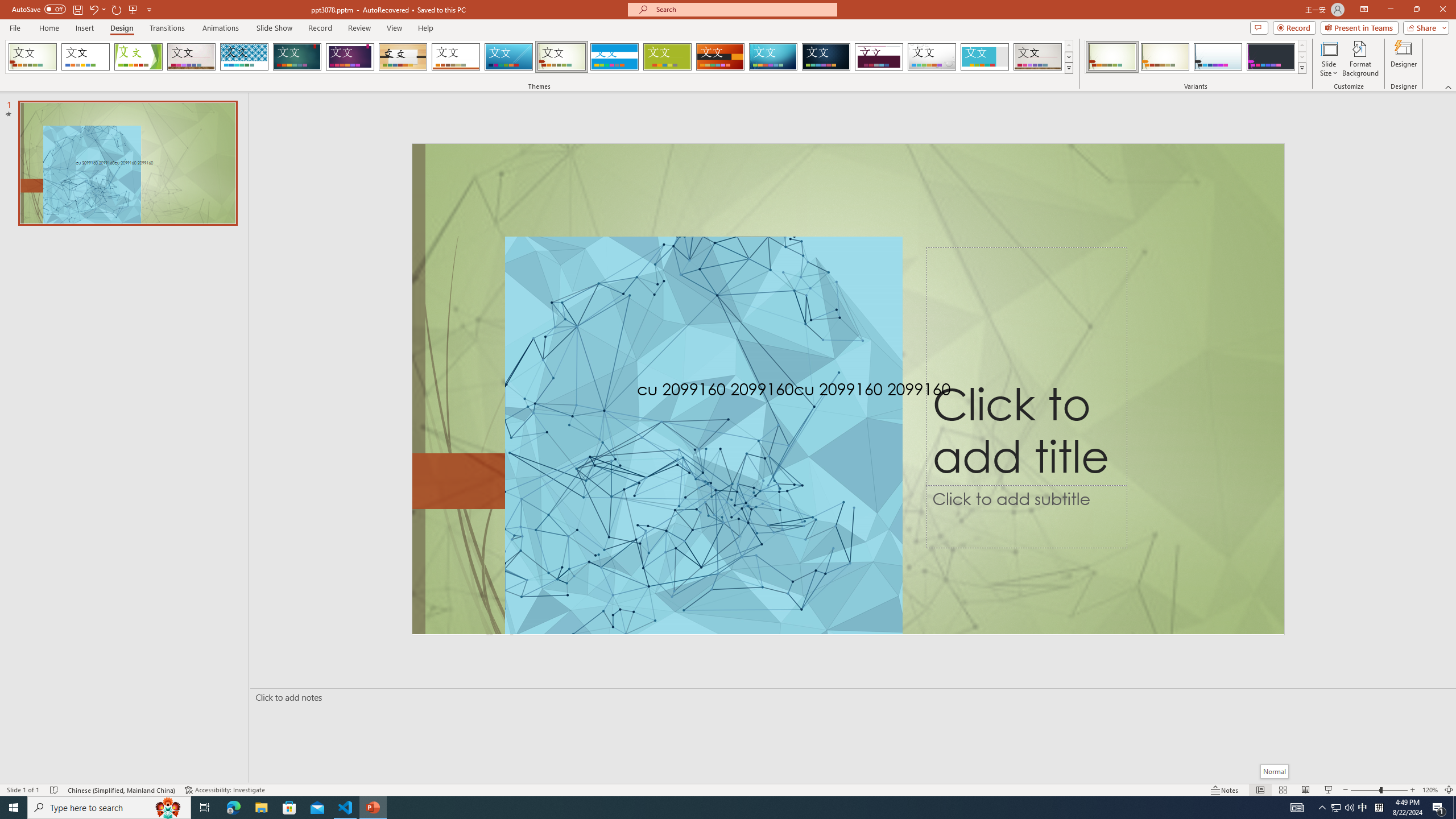 Image resolution: width=1456 pixels, height=819 pixels. Describe the element at coordinates (1301, 67) in the screenshot. I see `'Variants'` at that location.